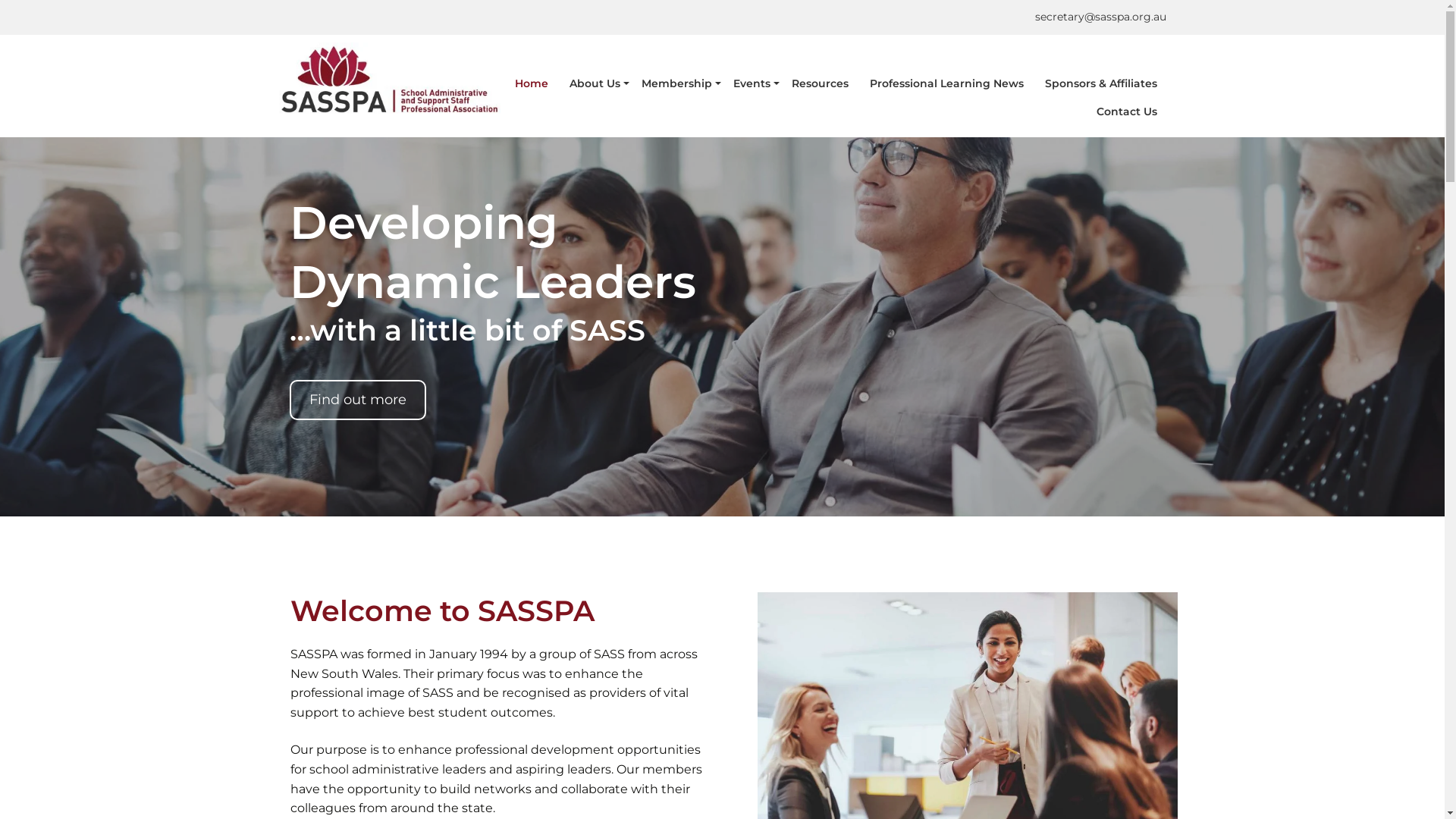 Image resolution: width=1456 pixels, height=819 pixels. Describe the element at coordinates (1100, 17) in the screenshot. I see `'secretary@sasspa.org.au'` at that location.